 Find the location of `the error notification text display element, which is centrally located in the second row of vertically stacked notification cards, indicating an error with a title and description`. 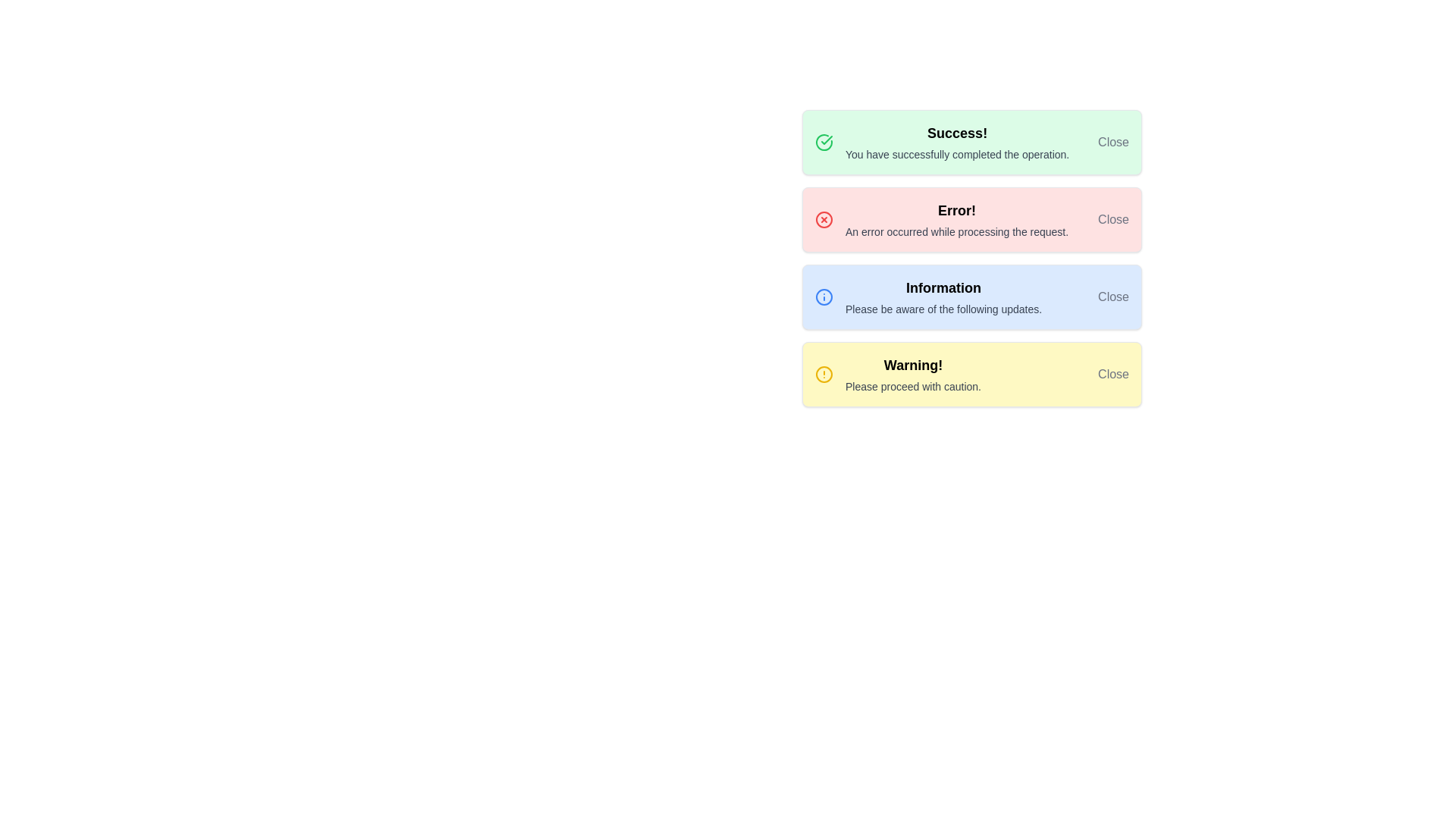

the error notification text display element, which is centrally located in the second row of vertically stacked notification cards, indicating an error with a title and description is located at coordinates (956, 219).